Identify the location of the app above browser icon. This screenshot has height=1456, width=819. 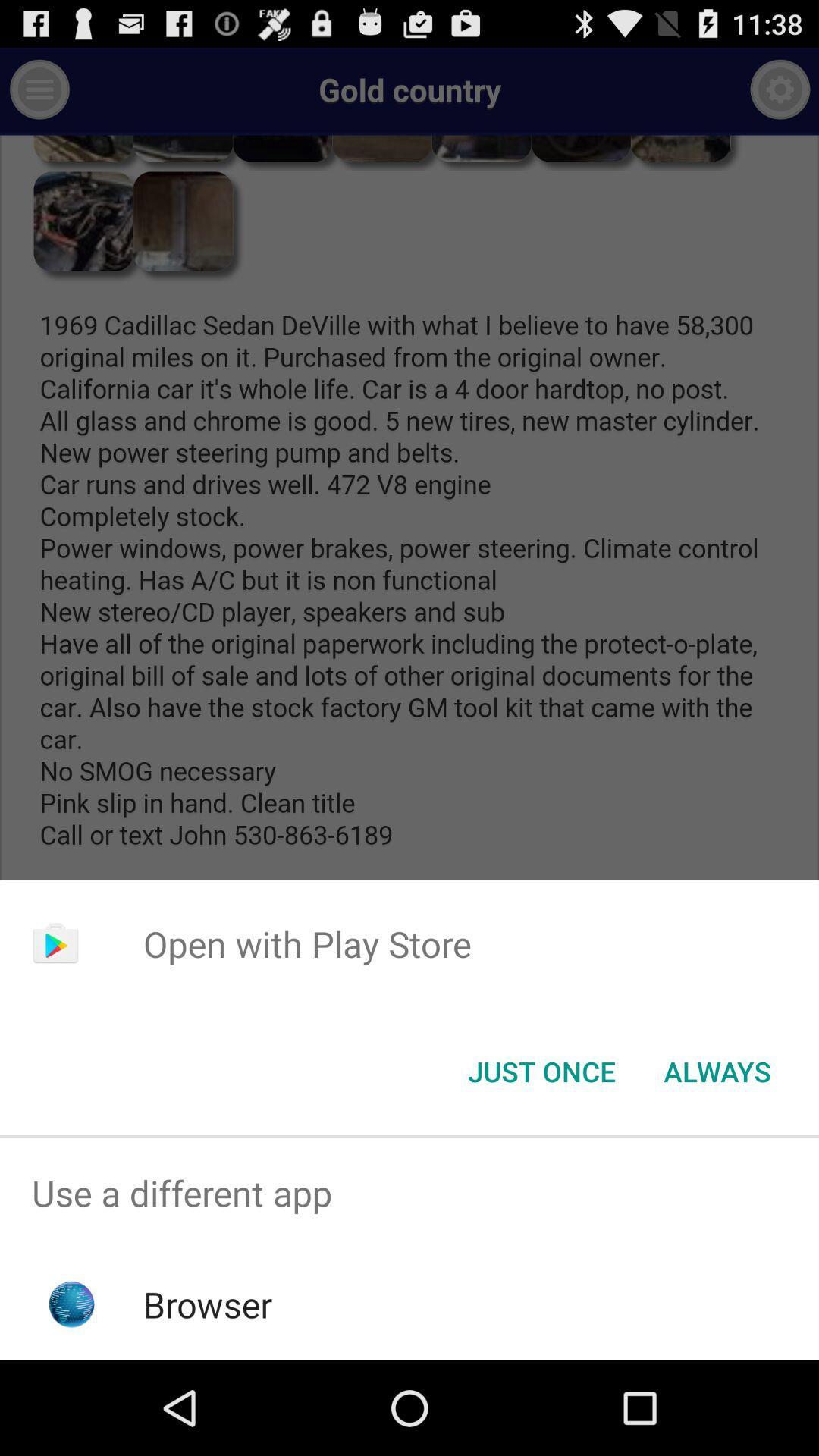
(409, 1192).